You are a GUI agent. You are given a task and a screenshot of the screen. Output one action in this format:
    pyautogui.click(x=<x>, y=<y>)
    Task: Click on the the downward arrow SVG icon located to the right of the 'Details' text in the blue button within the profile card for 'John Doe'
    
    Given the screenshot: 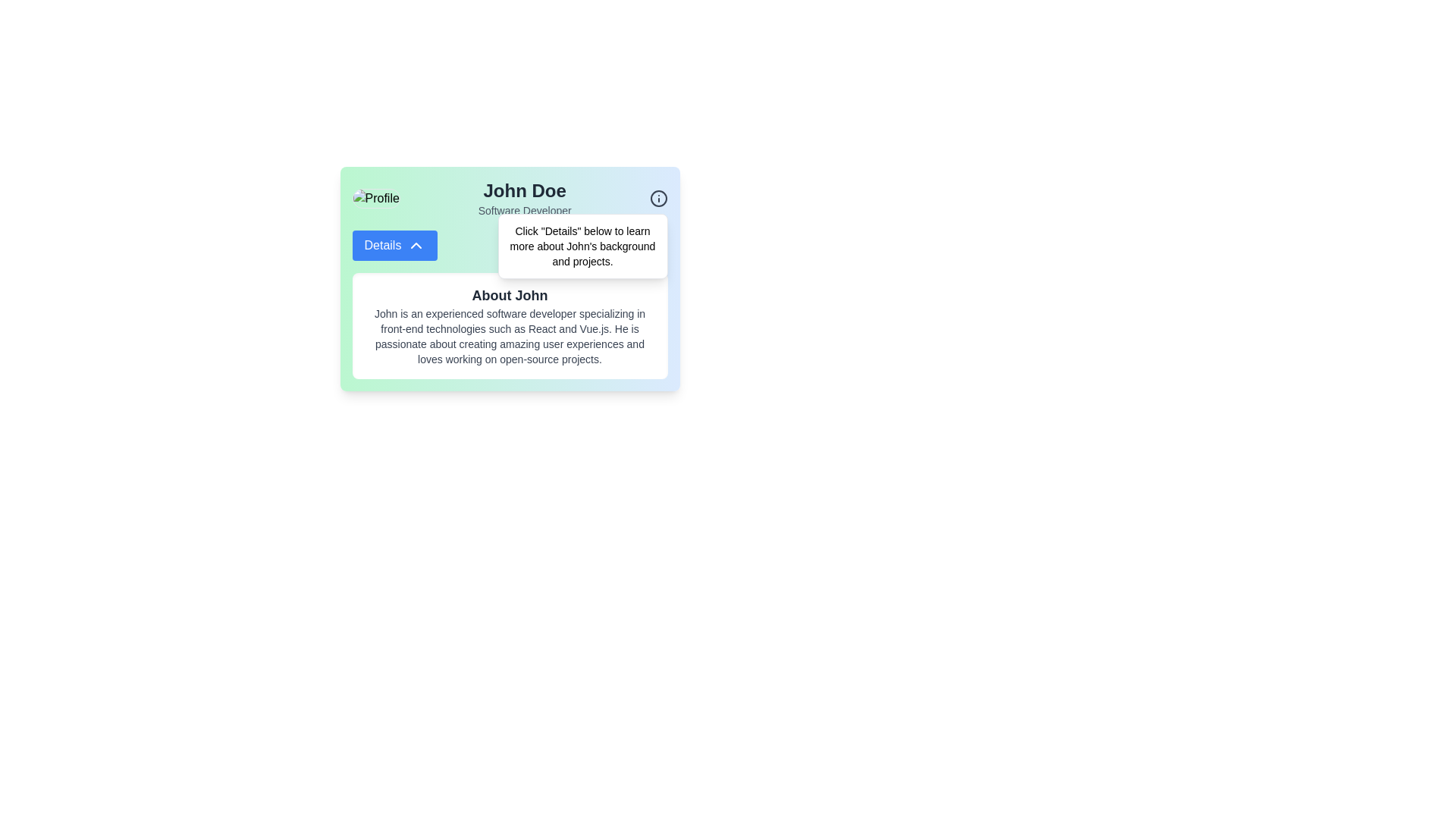 What is the action you would take?
    pyautogui.click(x=416, y=245)
    